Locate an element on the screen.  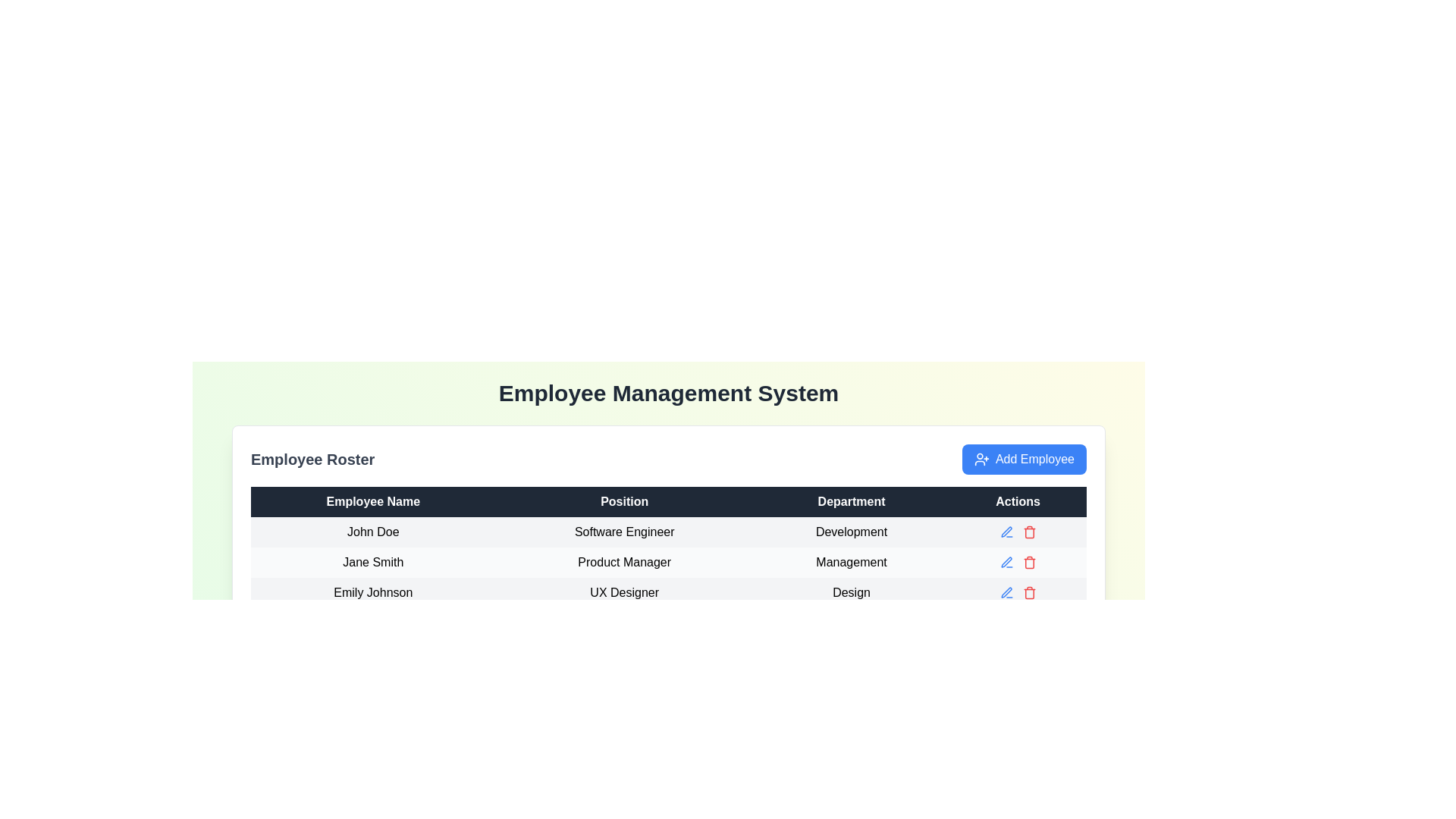
the red delete icon in the actions column of the first row for 'John Doe' is located at coordinates (1018, 532).